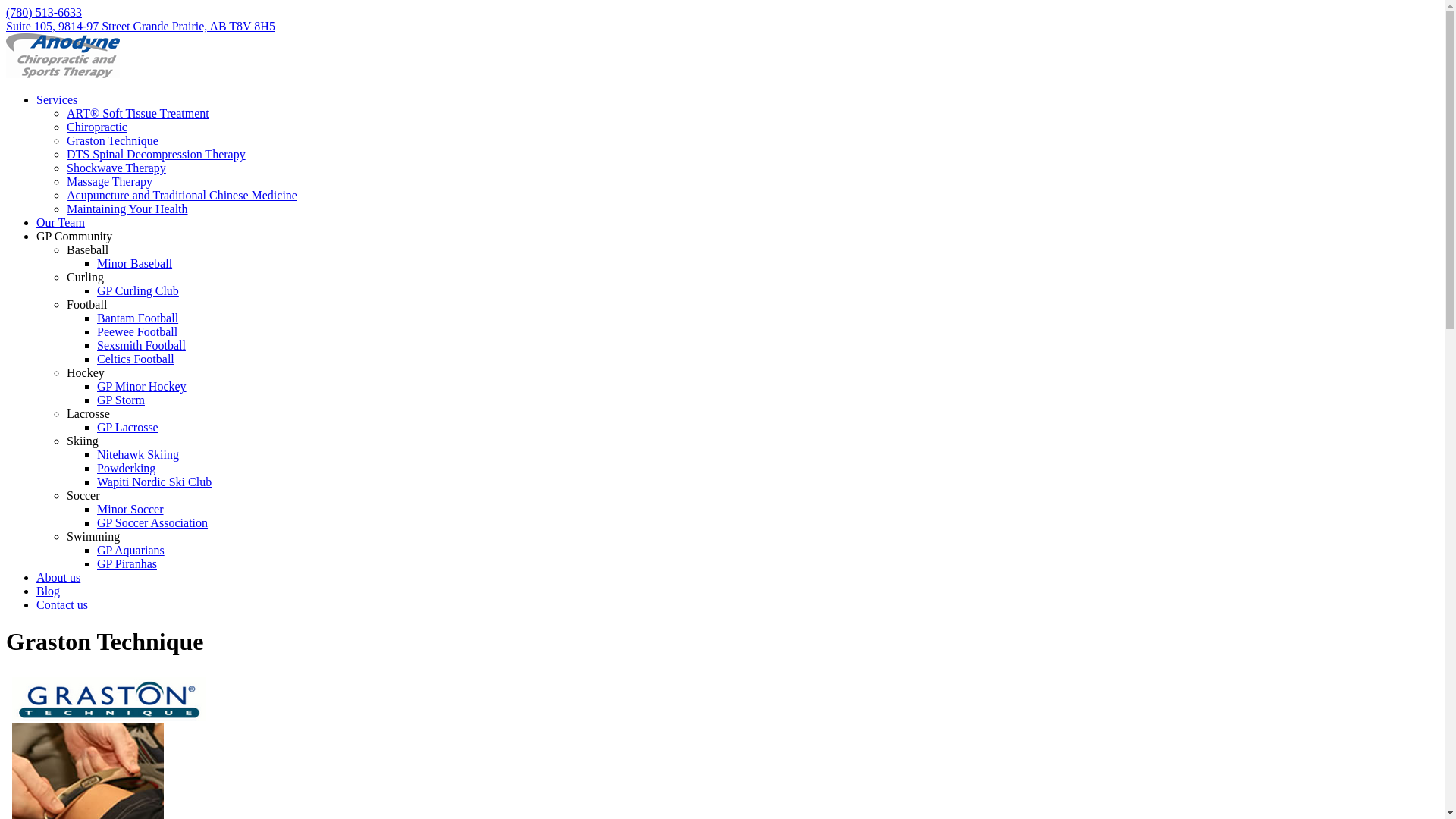 The width and height of the screenshot is (1456, 819). Describe the element at coordinates (138, 453) in the screenshot. I see `'Nitehawk Skiing'` at that location.